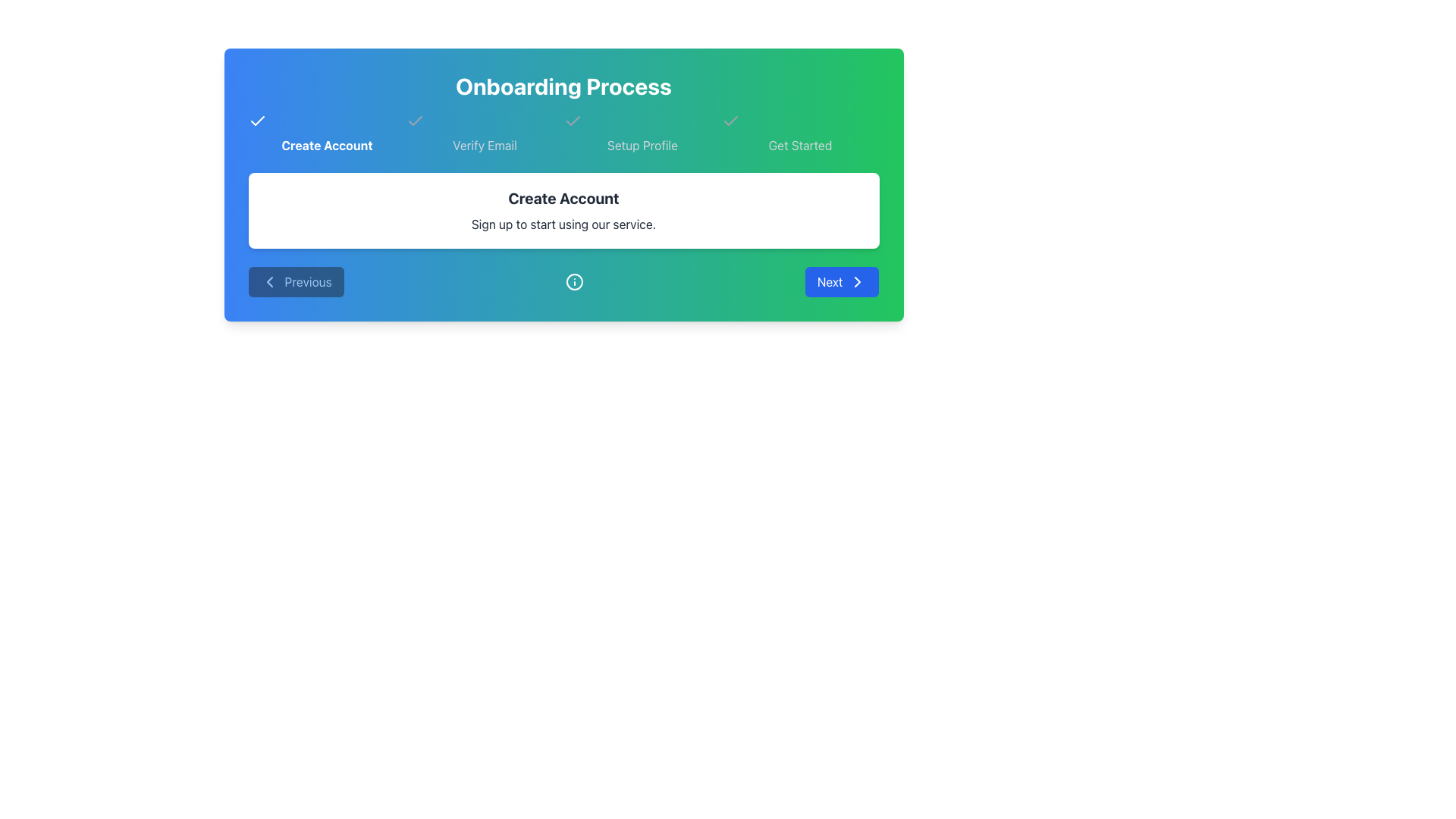  What do you see at coordinates (269, 281) in the screenshot?
I see `the 'Previous' button which features a left-pointing chevron arrow icon located at the bottom-left corner of the onboarding interface` at bounding box center [269, 281].